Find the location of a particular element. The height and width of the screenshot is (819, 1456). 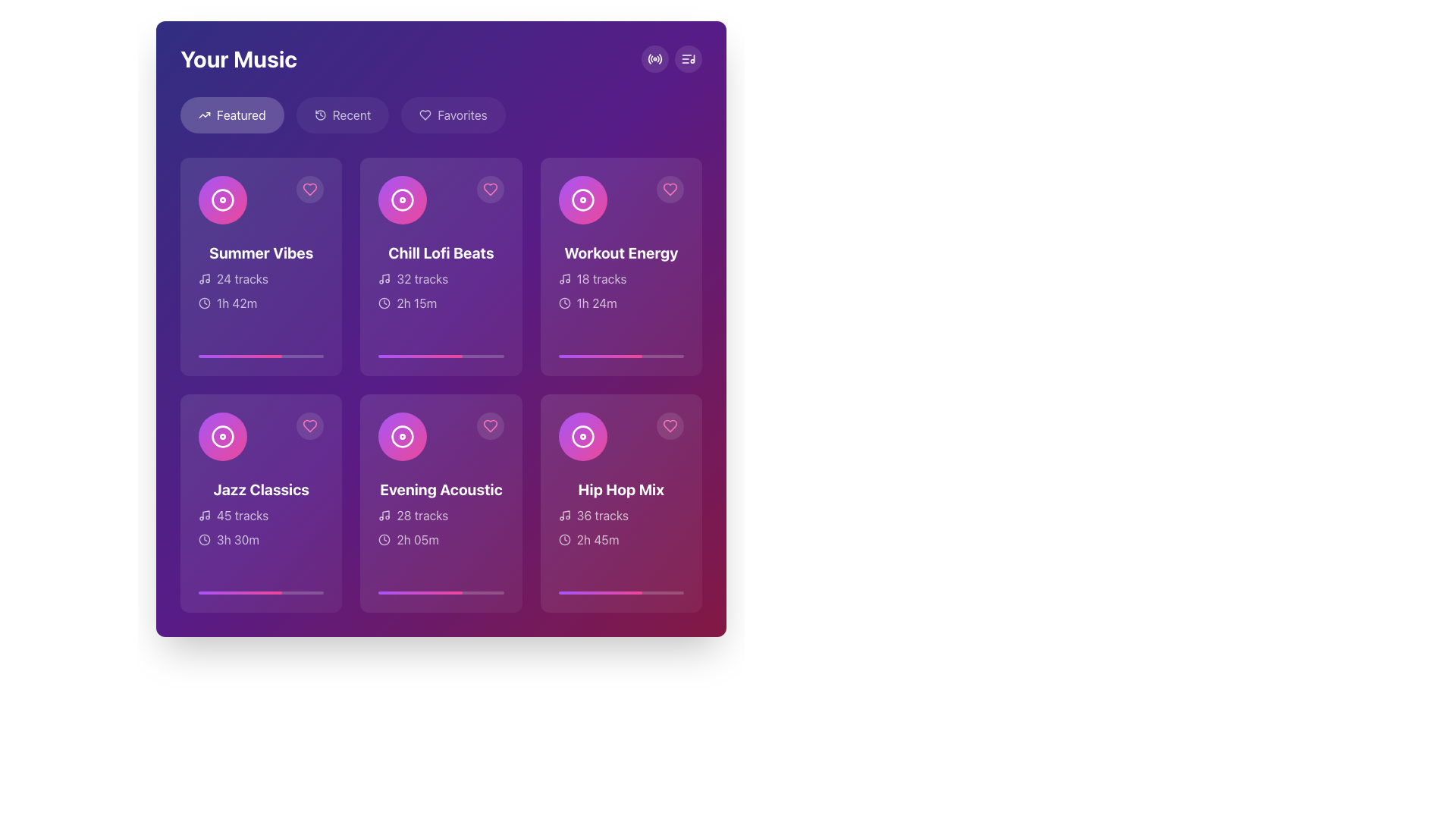

text label displaying '18 tracks' located within the purple card titled 'Workout Energy', positioned in the top right section of the grid, directly below the title is located at coordinates (601, 278).